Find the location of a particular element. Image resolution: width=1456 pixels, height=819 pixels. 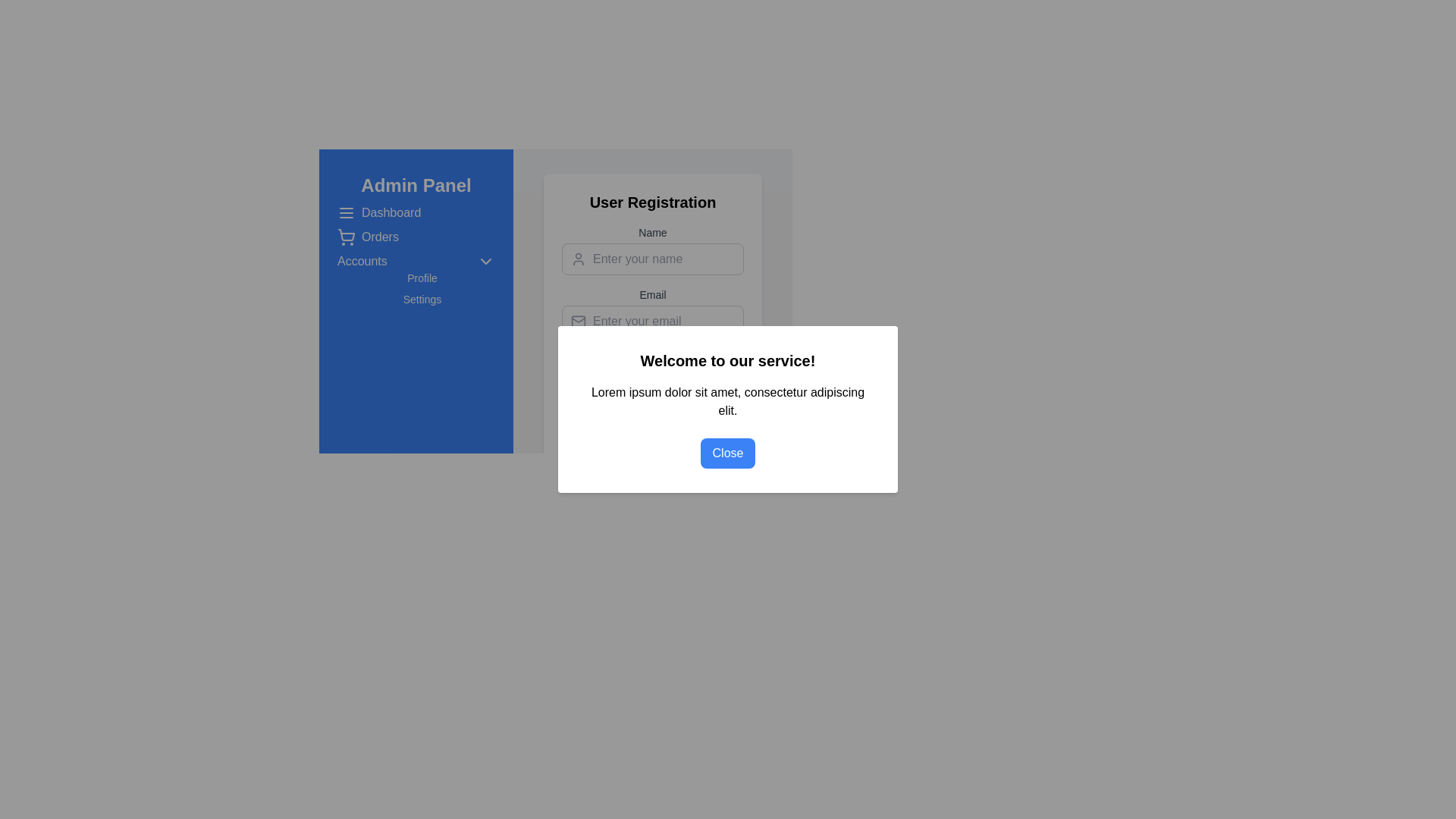

the 'Profile' option in the Navigation menu item cluster located in the blue-themed sidebar under the 'Accounts' header is located at coordinates (422, 289).